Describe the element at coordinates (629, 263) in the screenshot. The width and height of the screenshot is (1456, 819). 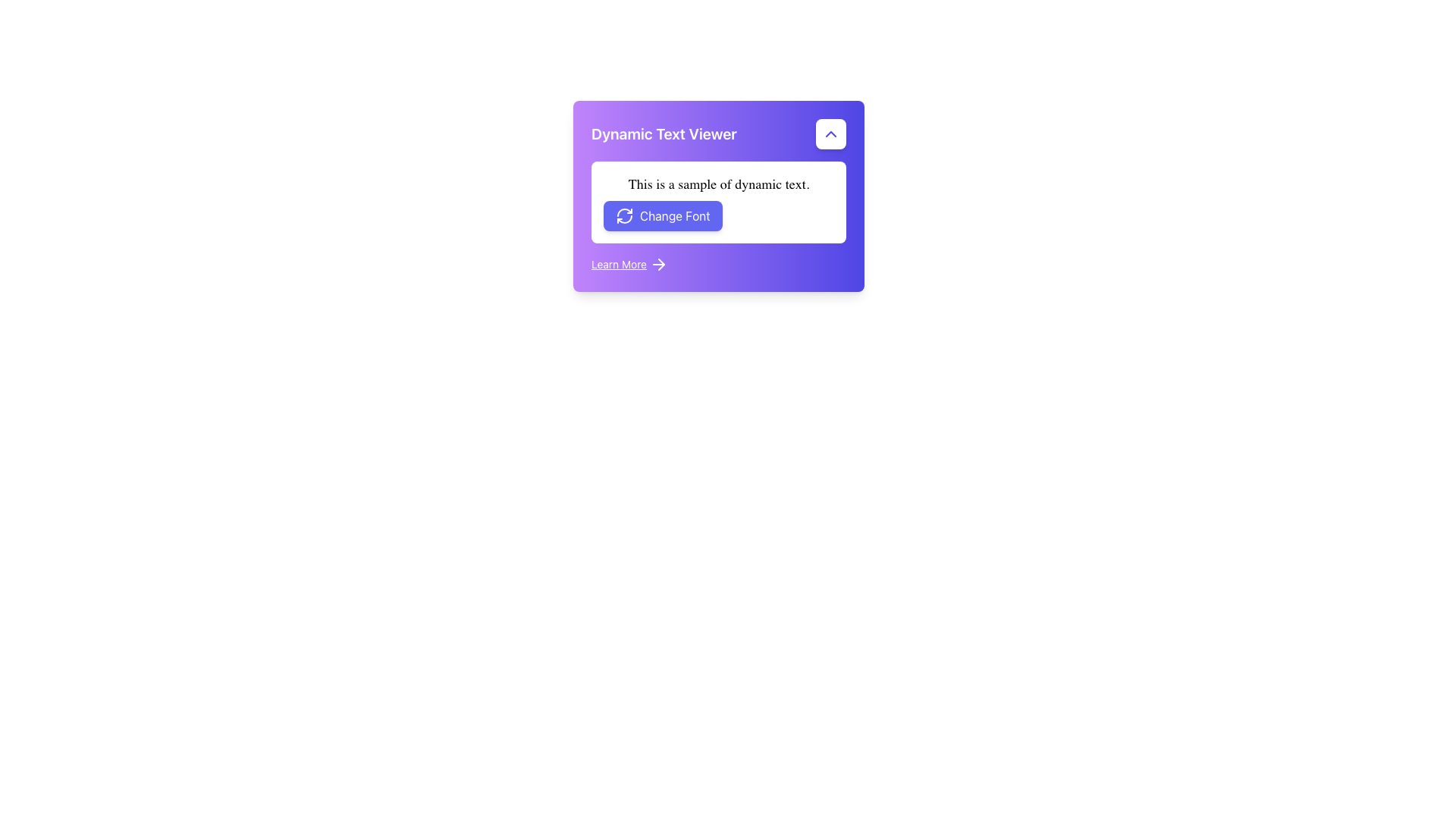
I see `the 'Learn More' hyperlink, which is styled in white underlined text and positioned next to a right-pointing arrow icon` at that location.